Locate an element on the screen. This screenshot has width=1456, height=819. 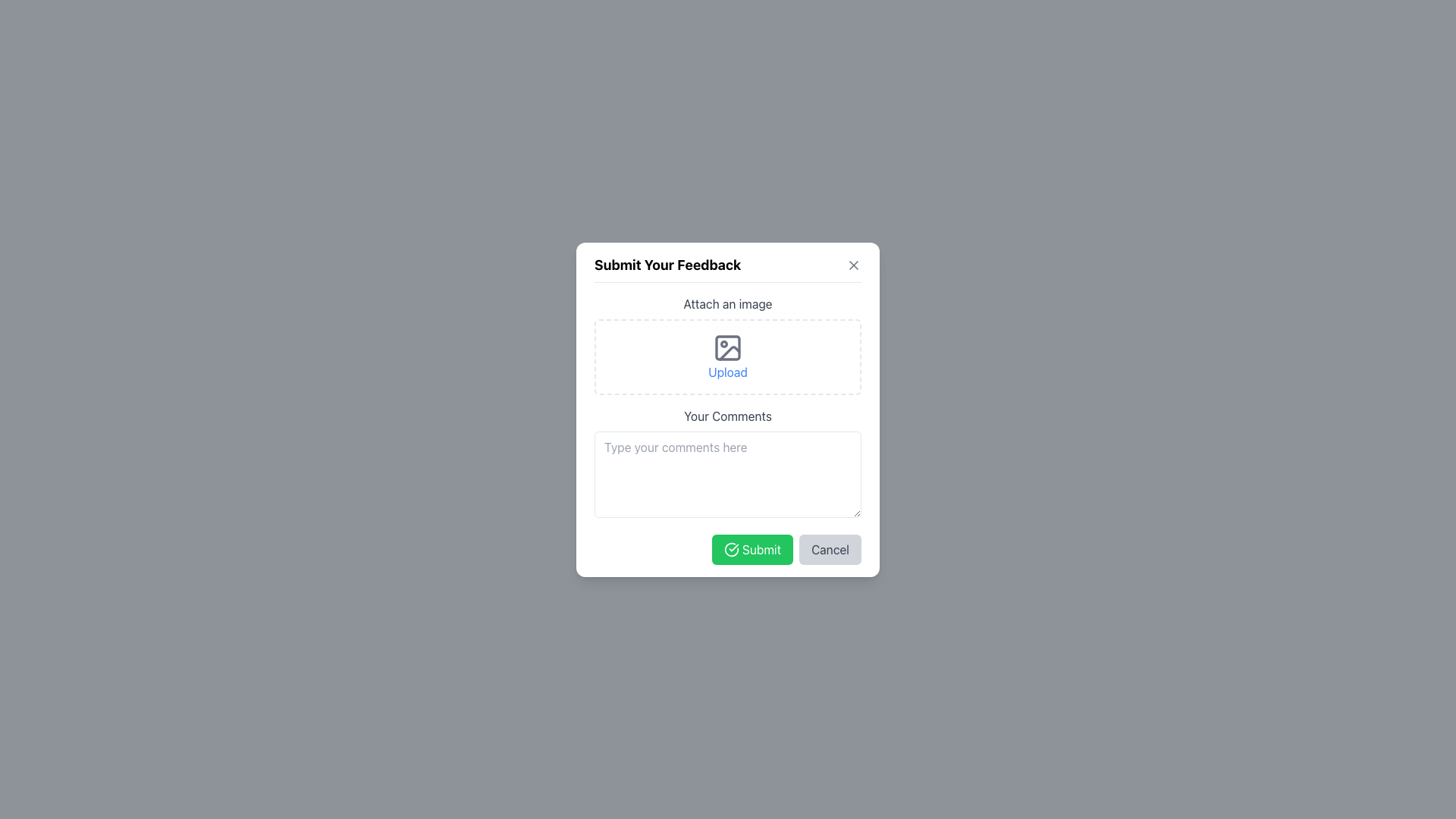
the checkmark icon with a circular border, which is styled in white on a green background, located to the left of the 'Submit' label in the green rectangular button at the bottom left of the dialog box is located at coordinates (731, 549).